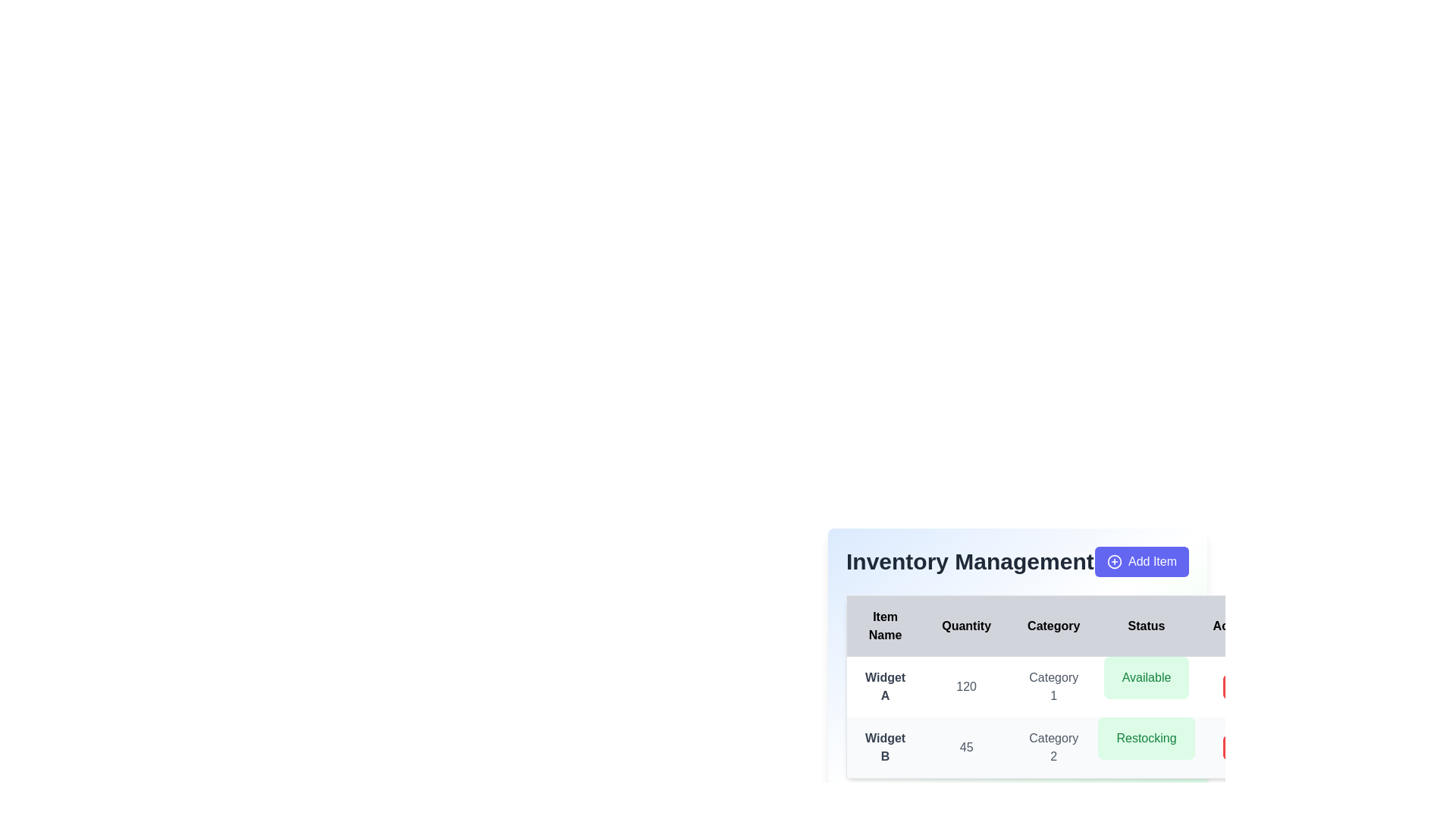 This screenshot has height=819, width=1456. What do you see at coordinates (1235, 747) in the screenshot?
I see `the second action button` at bounding box center [1235, 747].